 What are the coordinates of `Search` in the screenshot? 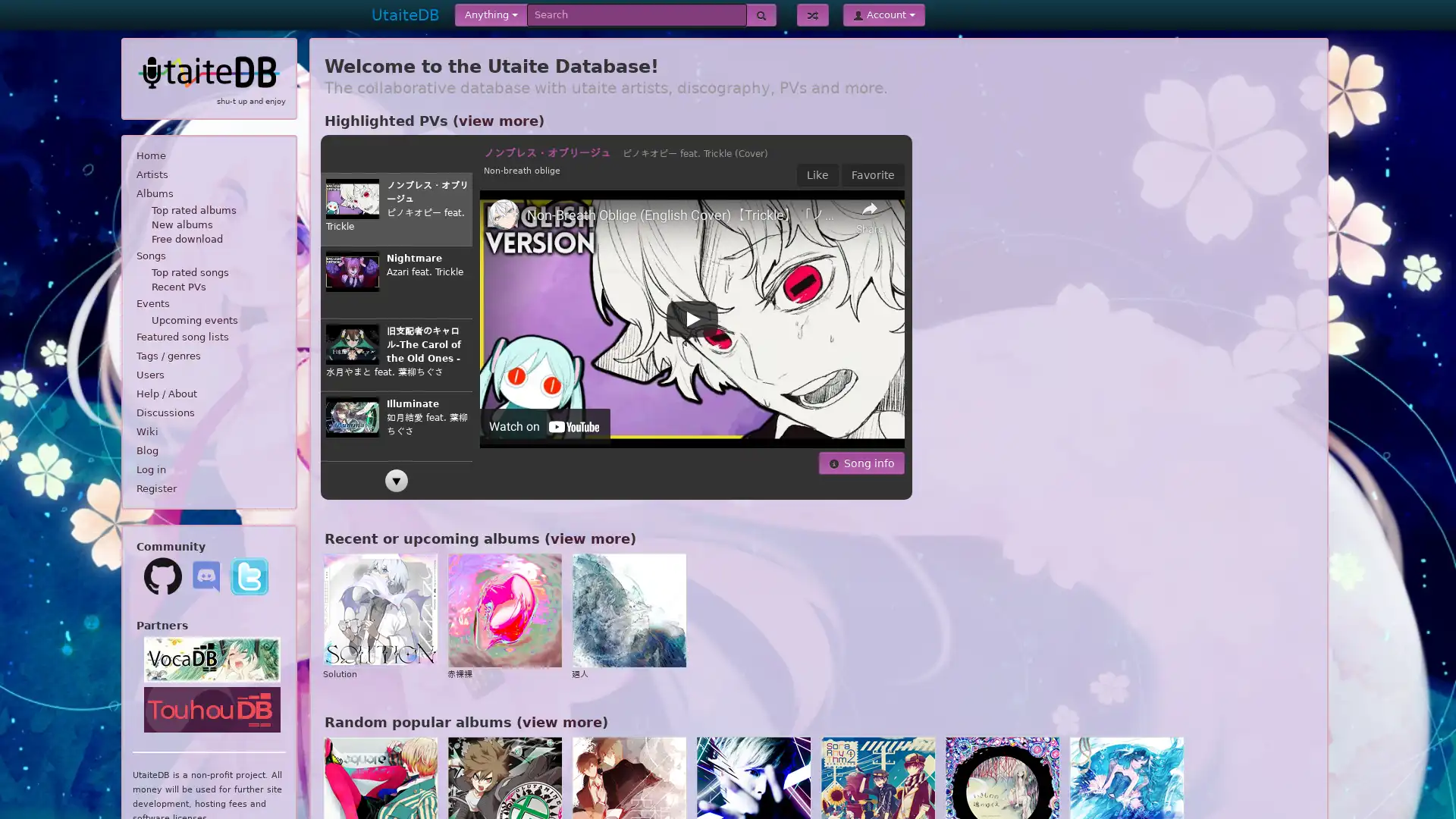 It's located at (761, 14).